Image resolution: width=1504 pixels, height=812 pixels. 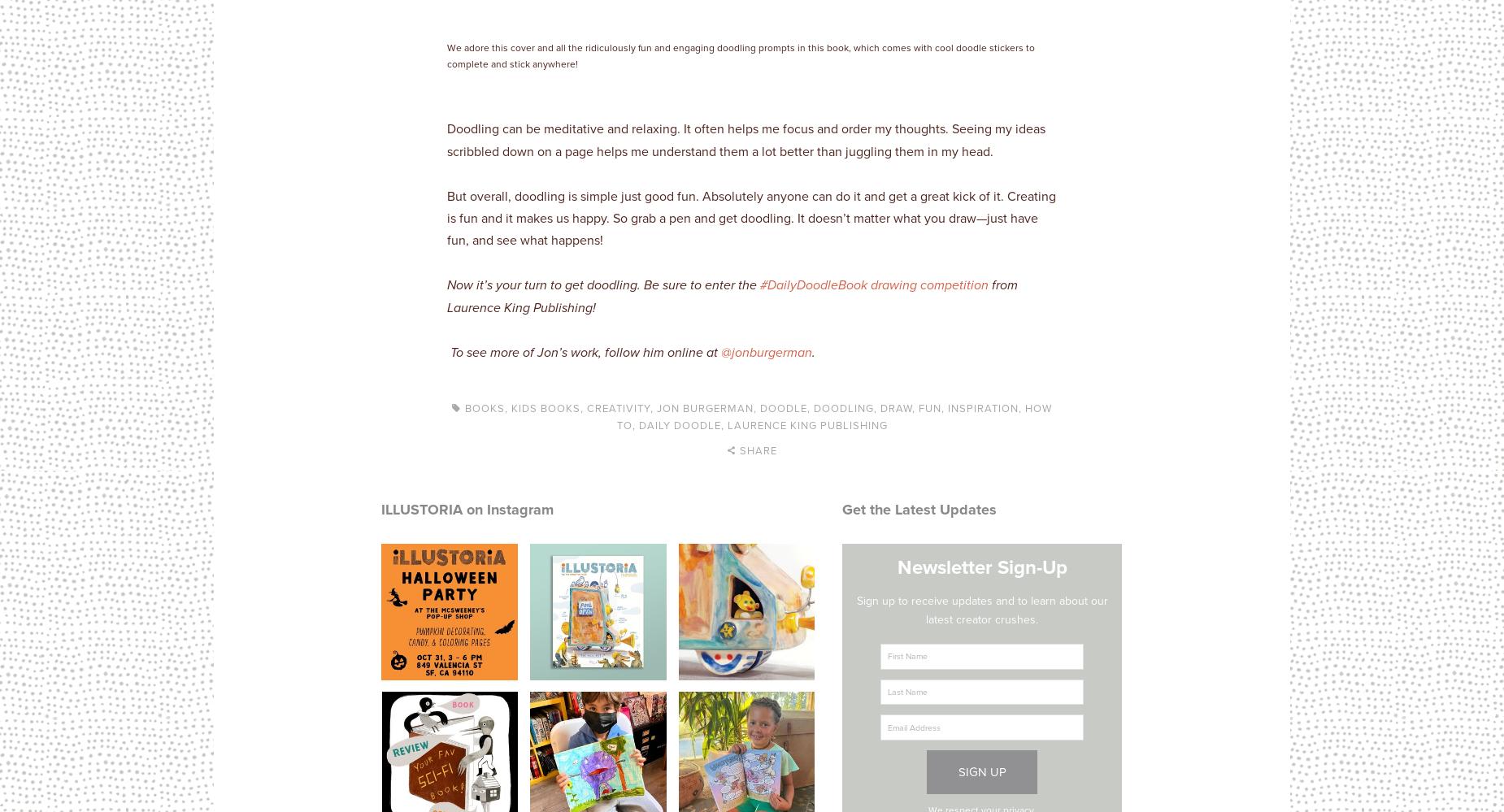 What do you see at coordinates (929, 406) in the screenshot?
I see `'FUN'` at bounding box center [929, 406].